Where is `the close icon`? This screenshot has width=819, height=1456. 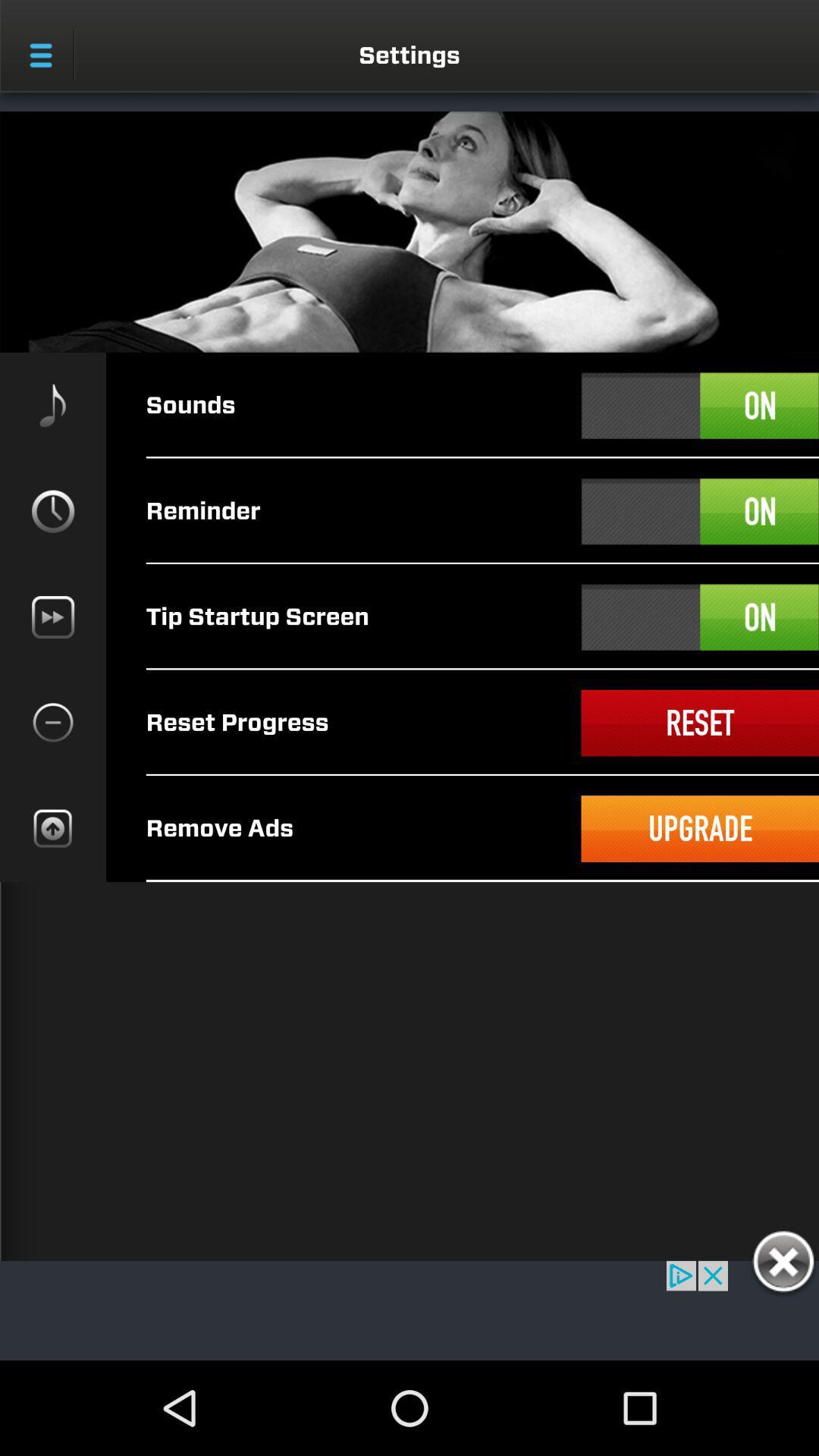 the close icon is located at coordinates (783, 1264).